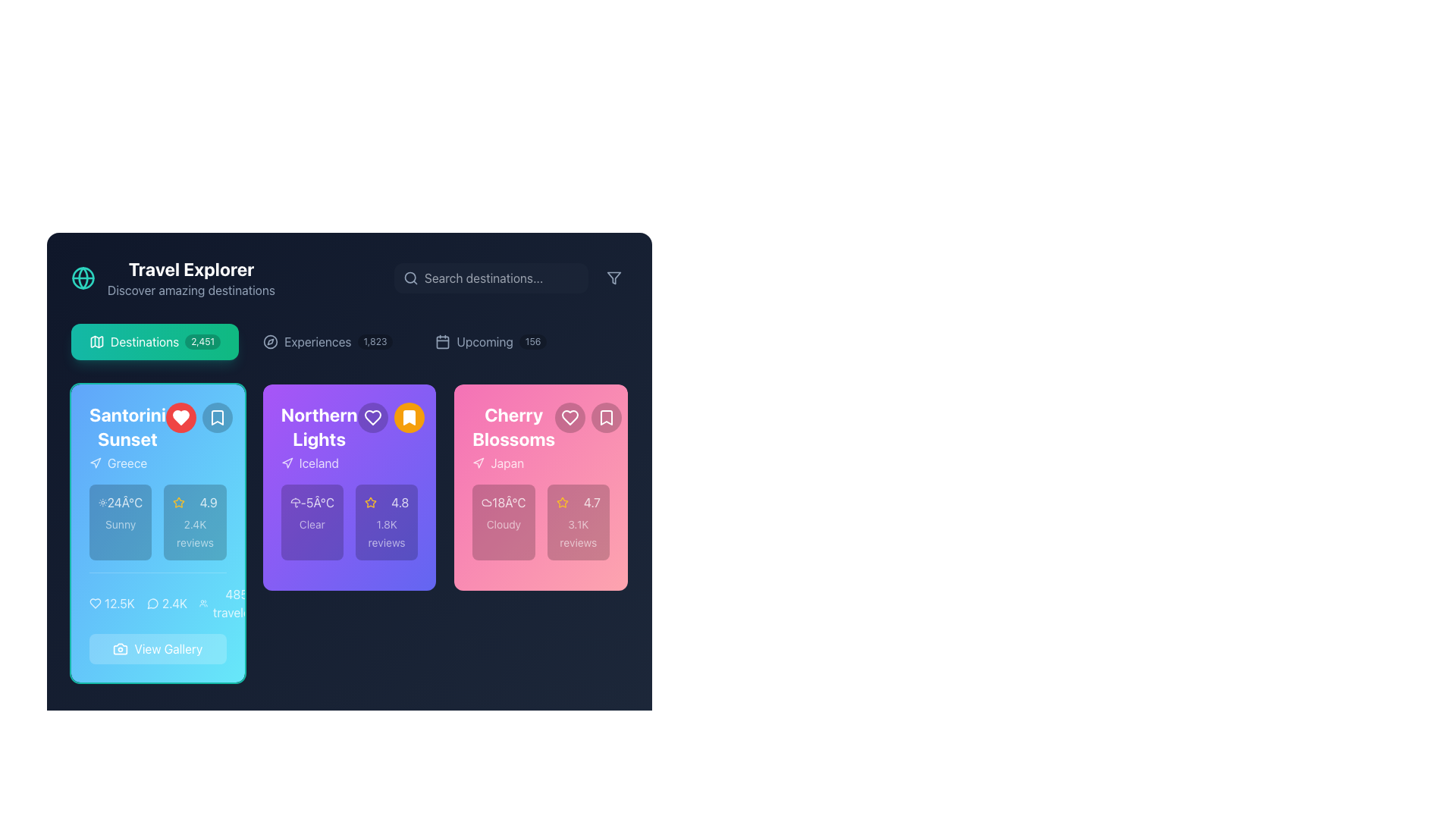 This screenshot has height=819, width=1456. I want to click on the descriptive subtitle text label located directly beneath the 'Travel Explorer' heading, which provides context for the 'Travel Explorer' section, so click(190, 290).